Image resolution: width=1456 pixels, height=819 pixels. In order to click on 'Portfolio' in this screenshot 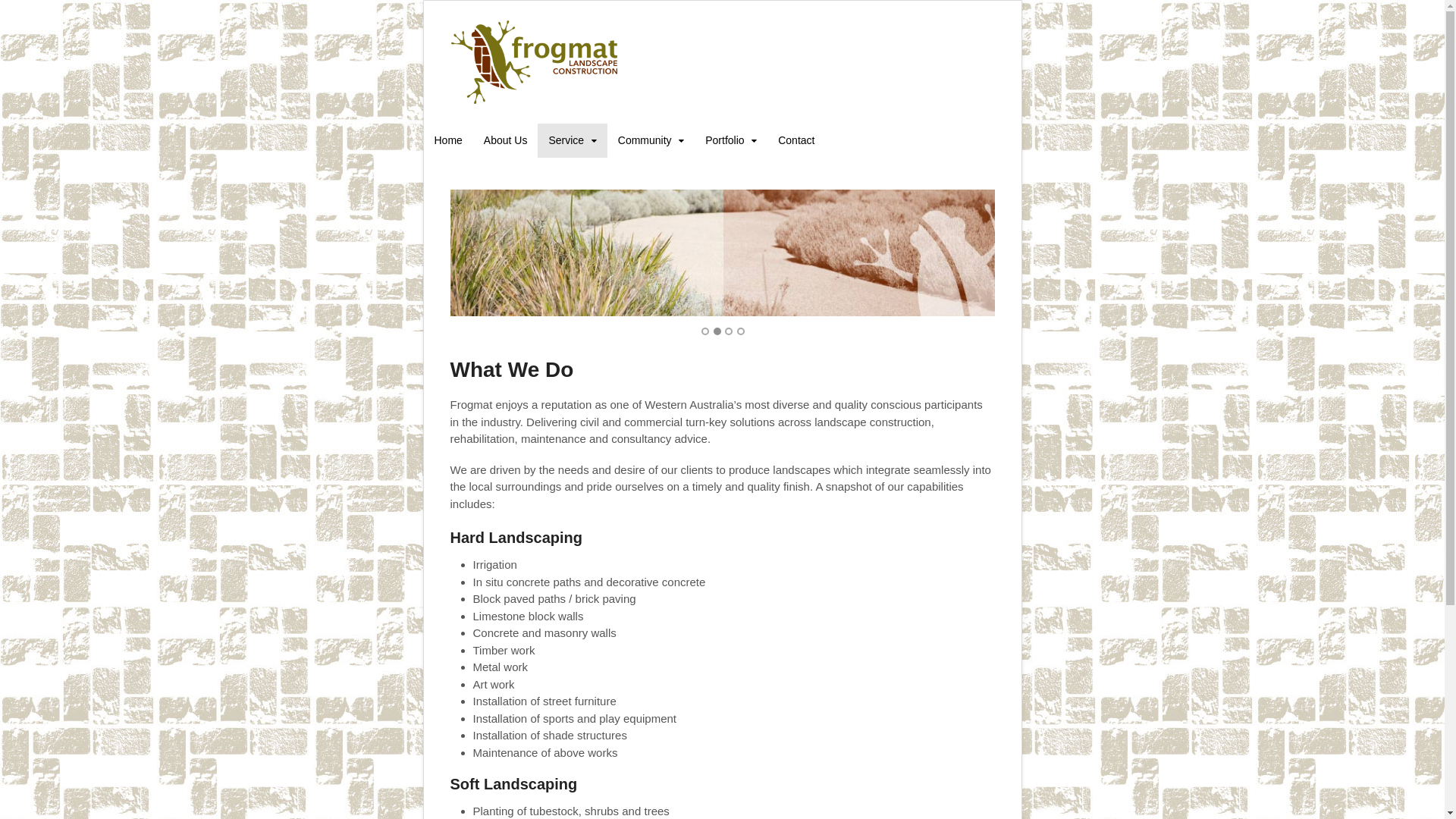, I will do `click(731, 140)`.